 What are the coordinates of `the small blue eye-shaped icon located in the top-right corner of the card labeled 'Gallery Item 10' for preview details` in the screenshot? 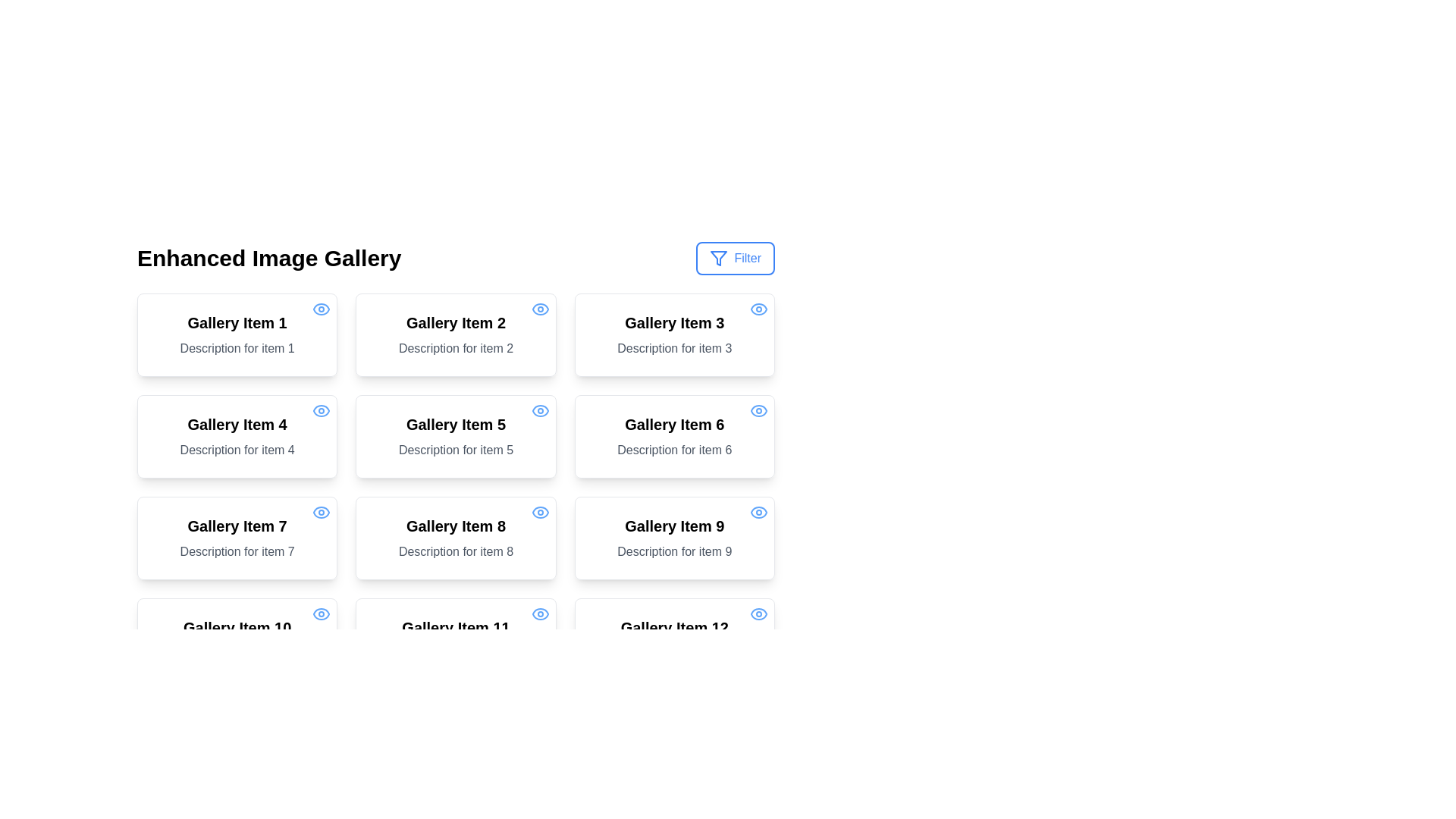 It's located at (321, 614).